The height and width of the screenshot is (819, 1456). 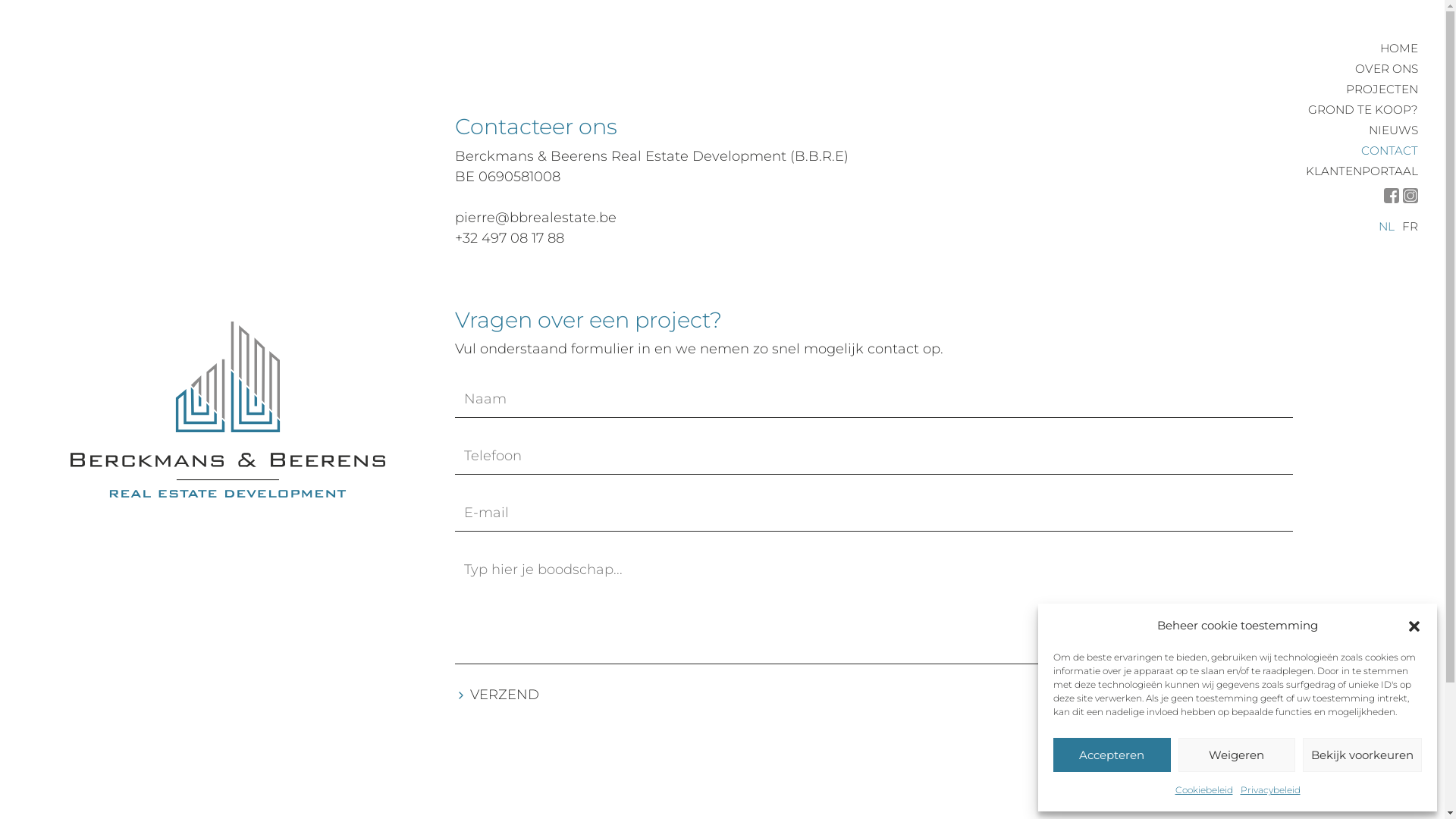 I want to click on 'CONTACT', so click(x=1389, y=150).